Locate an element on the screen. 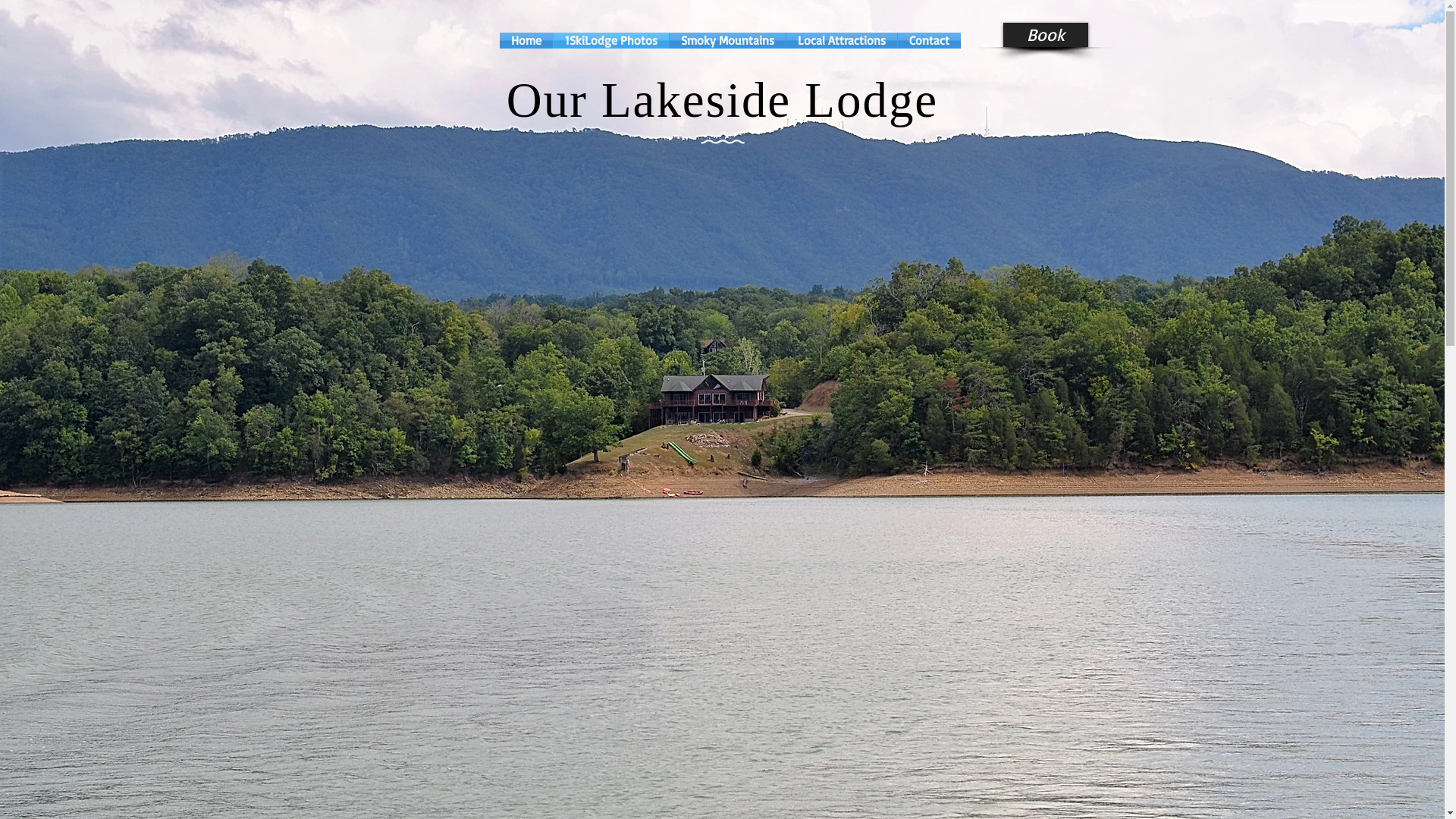  'Book' is located at coordinates (1002, 34).